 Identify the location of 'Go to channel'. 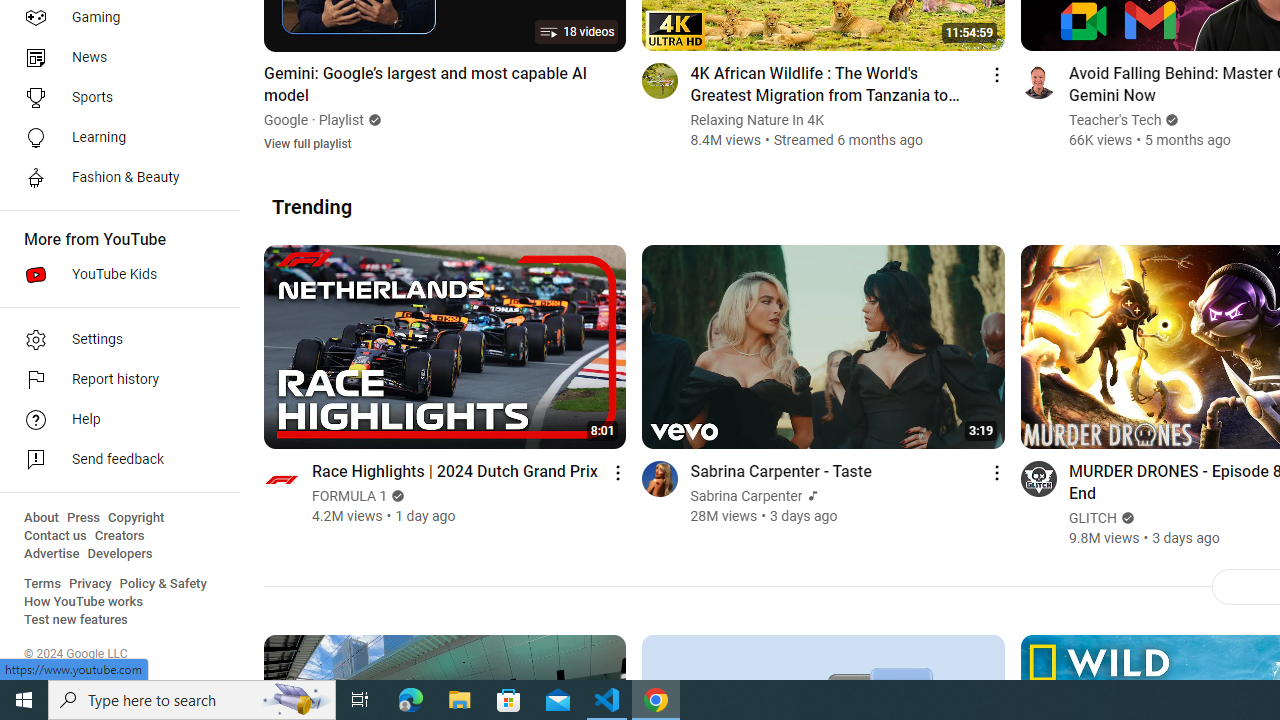
(1038, 478).